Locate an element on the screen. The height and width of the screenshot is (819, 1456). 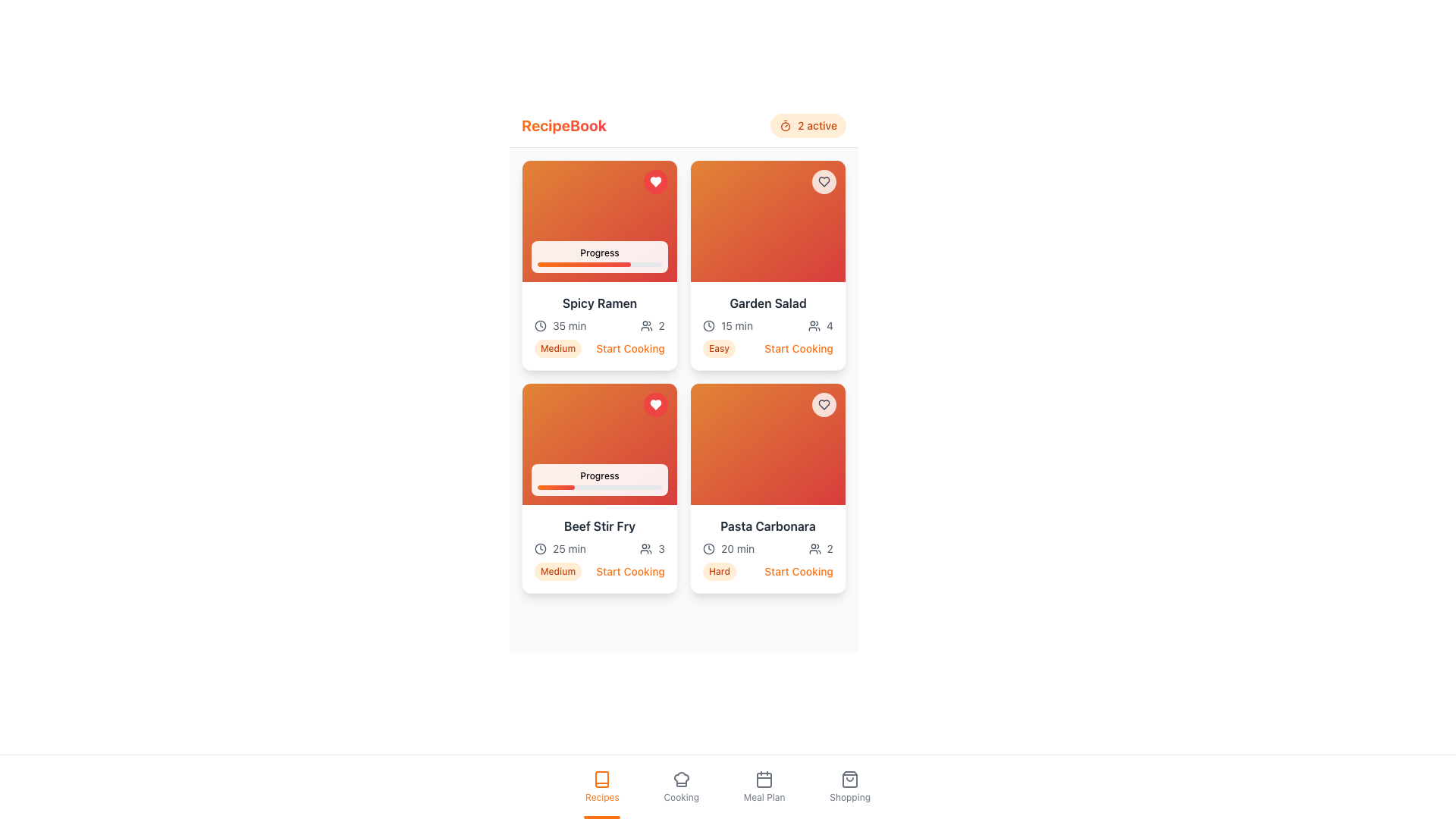
the static text indicating the count associated with the 'Spicy Ramen' recipe, positioned to the right of the user icon is located at coordinates (661, 325).